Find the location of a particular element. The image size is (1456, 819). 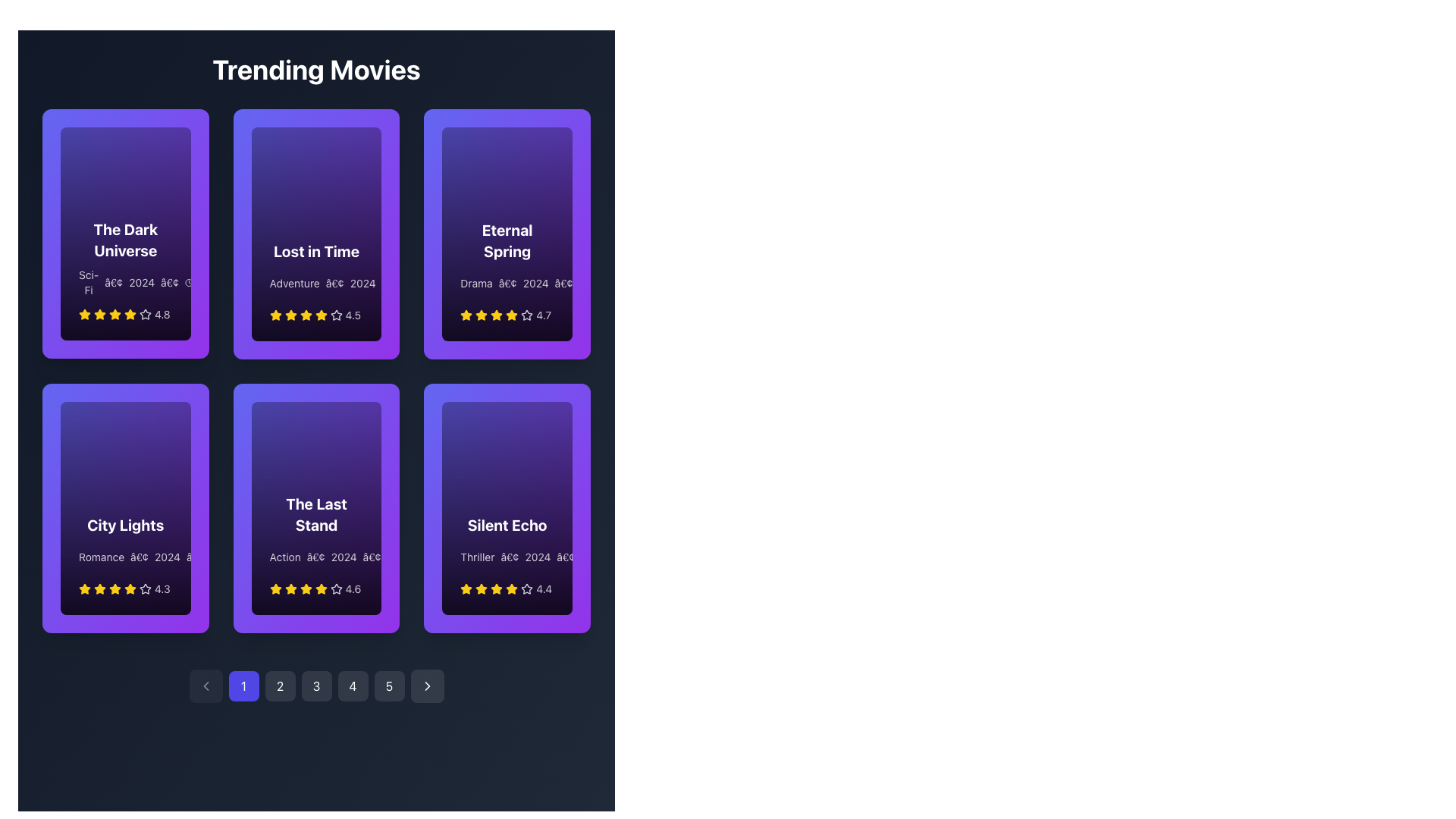

the textual icon/separator that visually separates 'Adventure' and '2024' in the second card of the 'Trending Movies' section is located at coordinates (334, 283).